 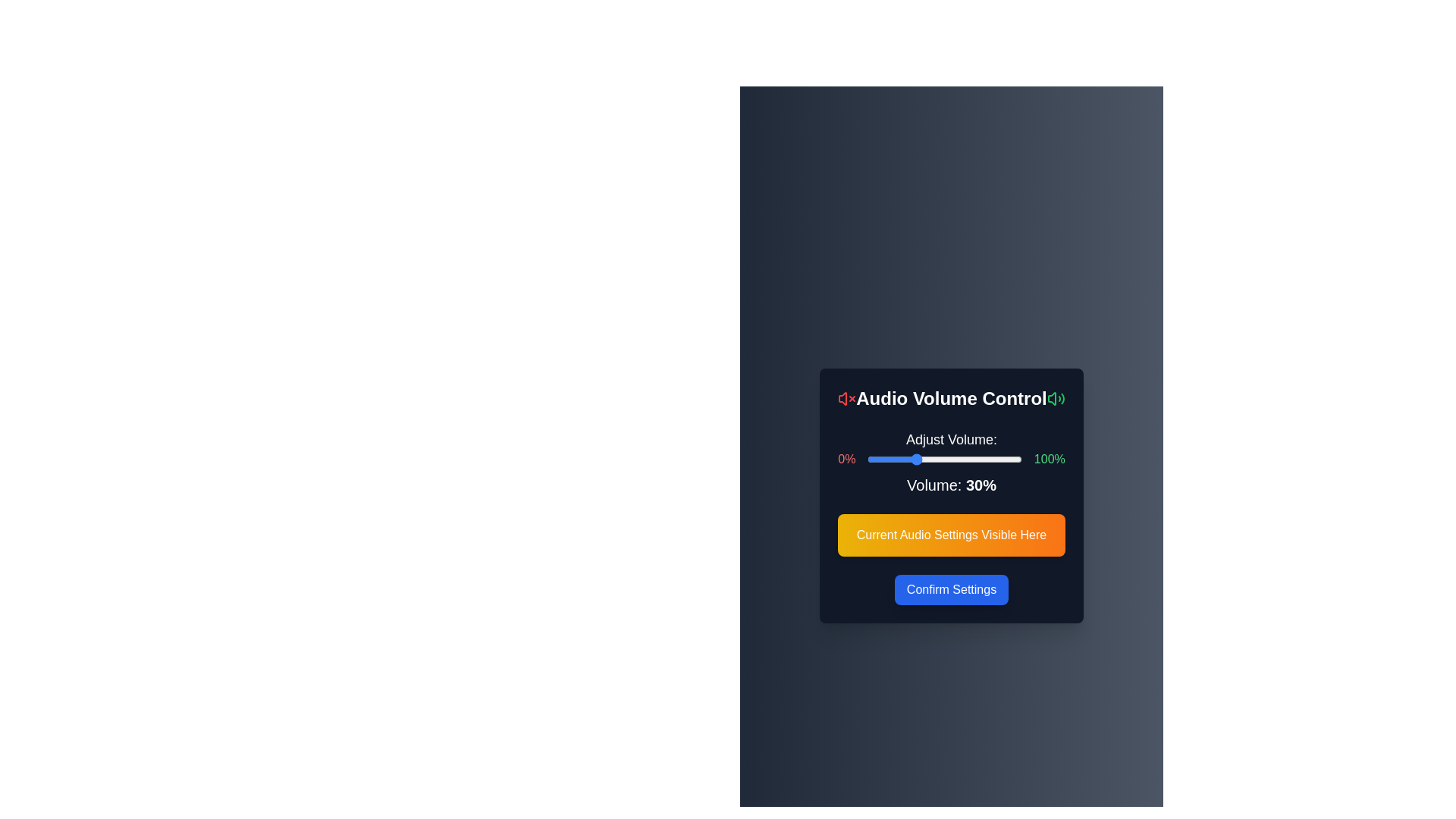 I want to click on the volume slider to 73%, so click(x=980, y=458).